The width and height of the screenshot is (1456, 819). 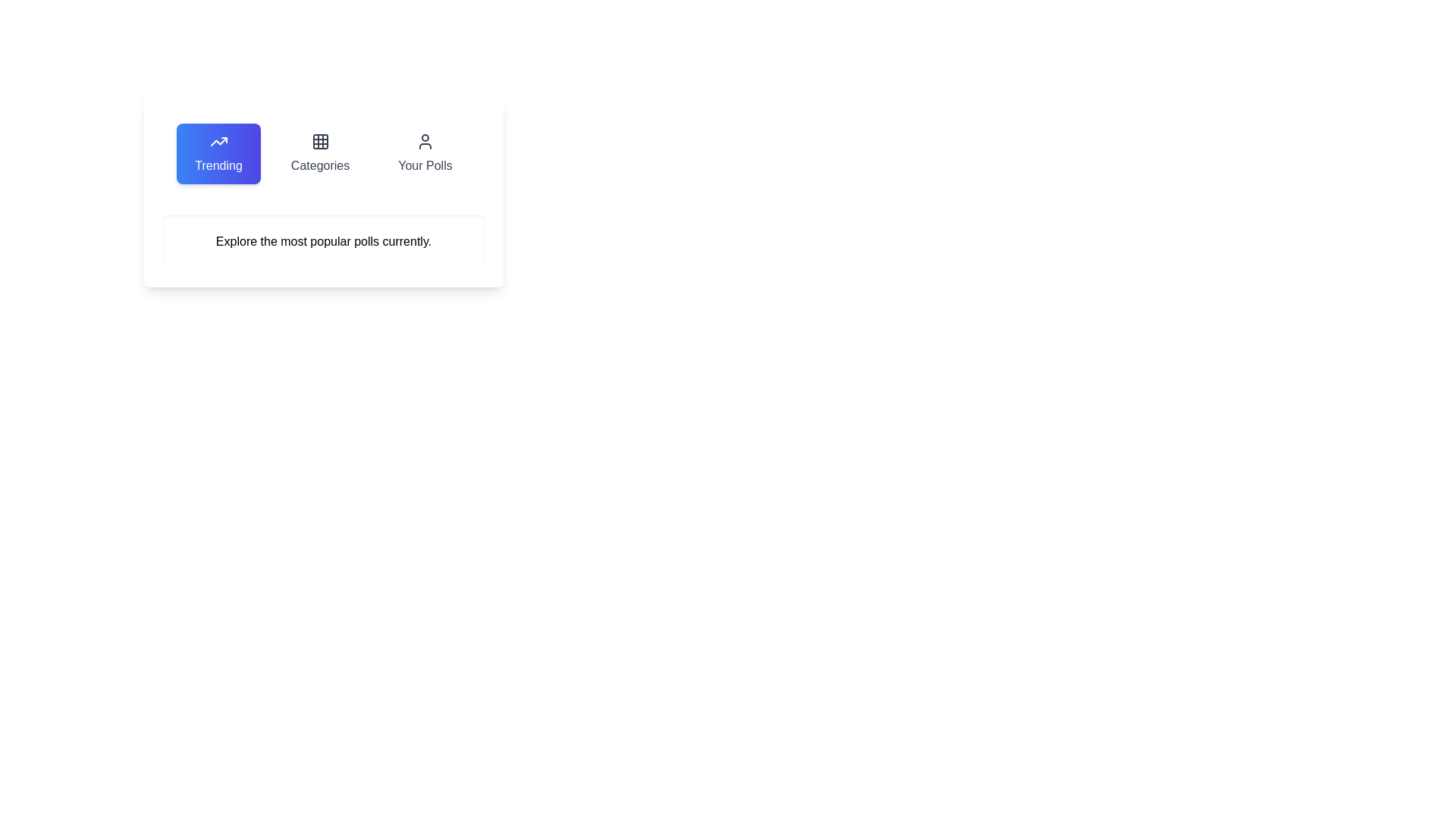 What do you see at coordinates (425, 154) in the screenshot?
I see `the tab labeled 'Your Polls' to switch to the corresponding section` at bounding box center [425, 154].